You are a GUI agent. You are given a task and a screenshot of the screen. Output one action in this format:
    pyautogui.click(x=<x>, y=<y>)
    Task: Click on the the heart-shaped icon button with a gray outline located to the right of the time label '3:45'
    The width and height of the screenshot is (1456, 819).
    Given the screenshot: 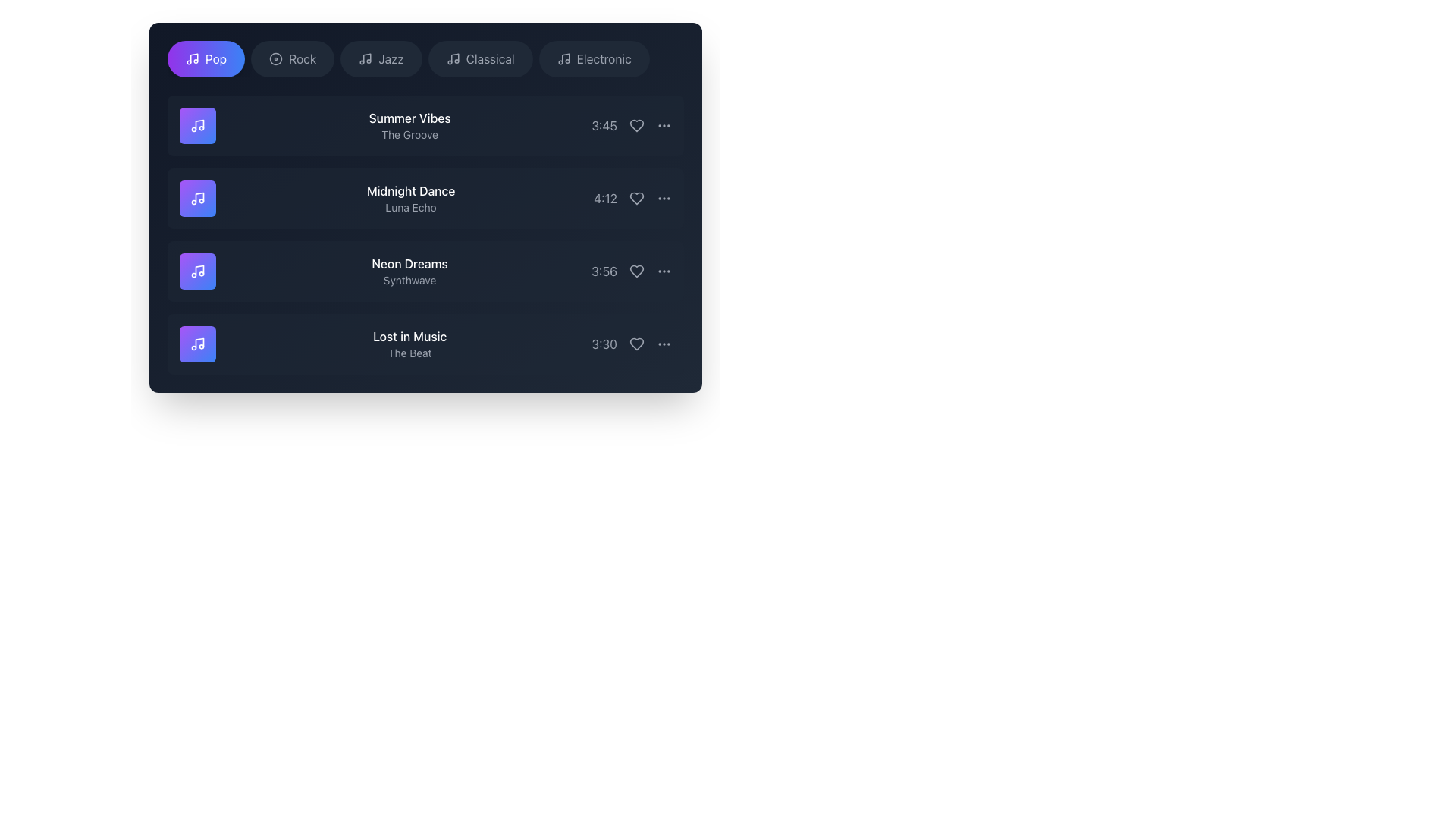 What is the action you would take?
    pyautogui.click(x=637, y=124)
    